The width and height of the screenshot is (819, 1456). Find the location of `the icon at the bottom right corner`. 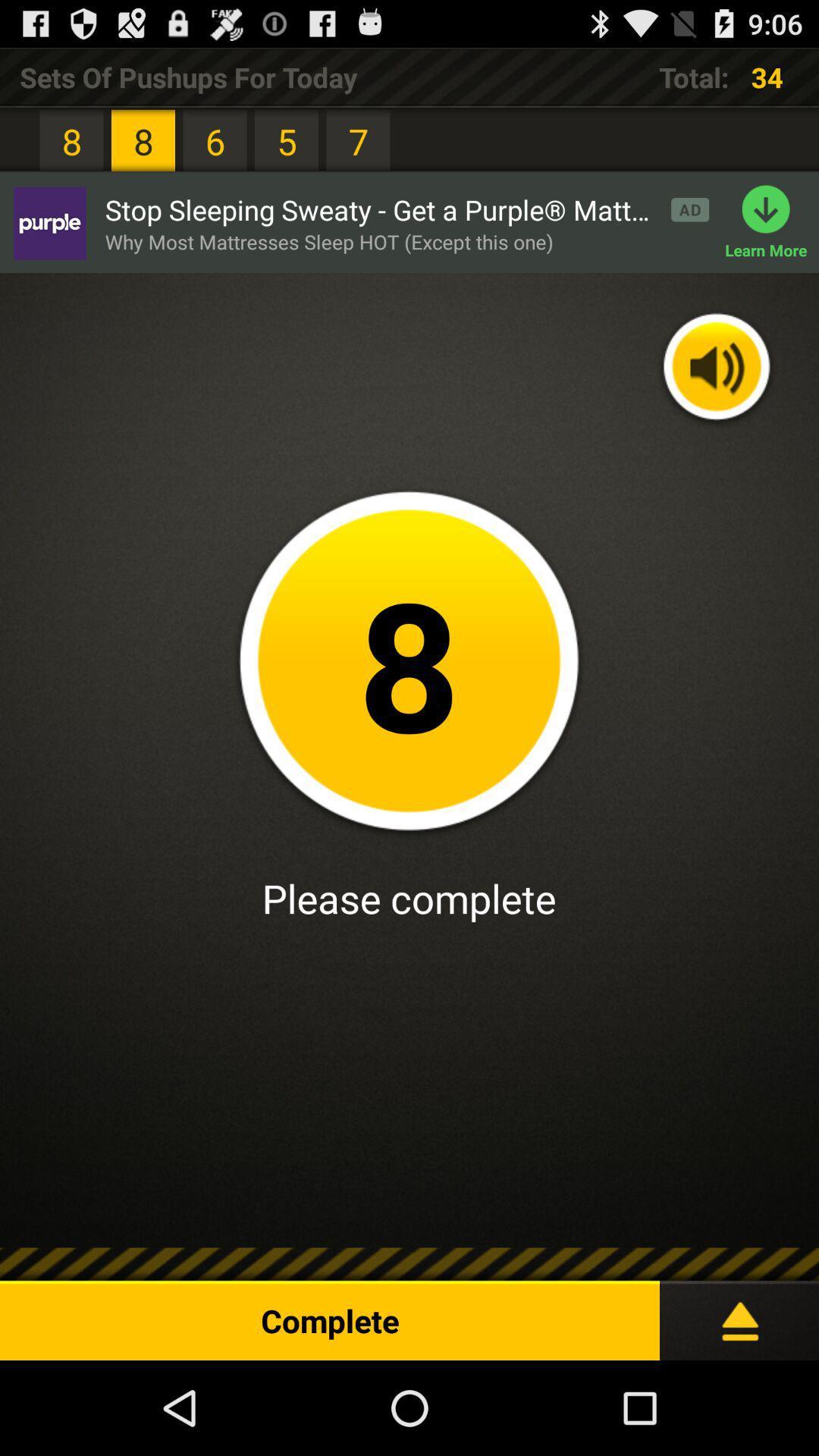

the icon at the bottom right corner is located at coordinates (739, 1313).